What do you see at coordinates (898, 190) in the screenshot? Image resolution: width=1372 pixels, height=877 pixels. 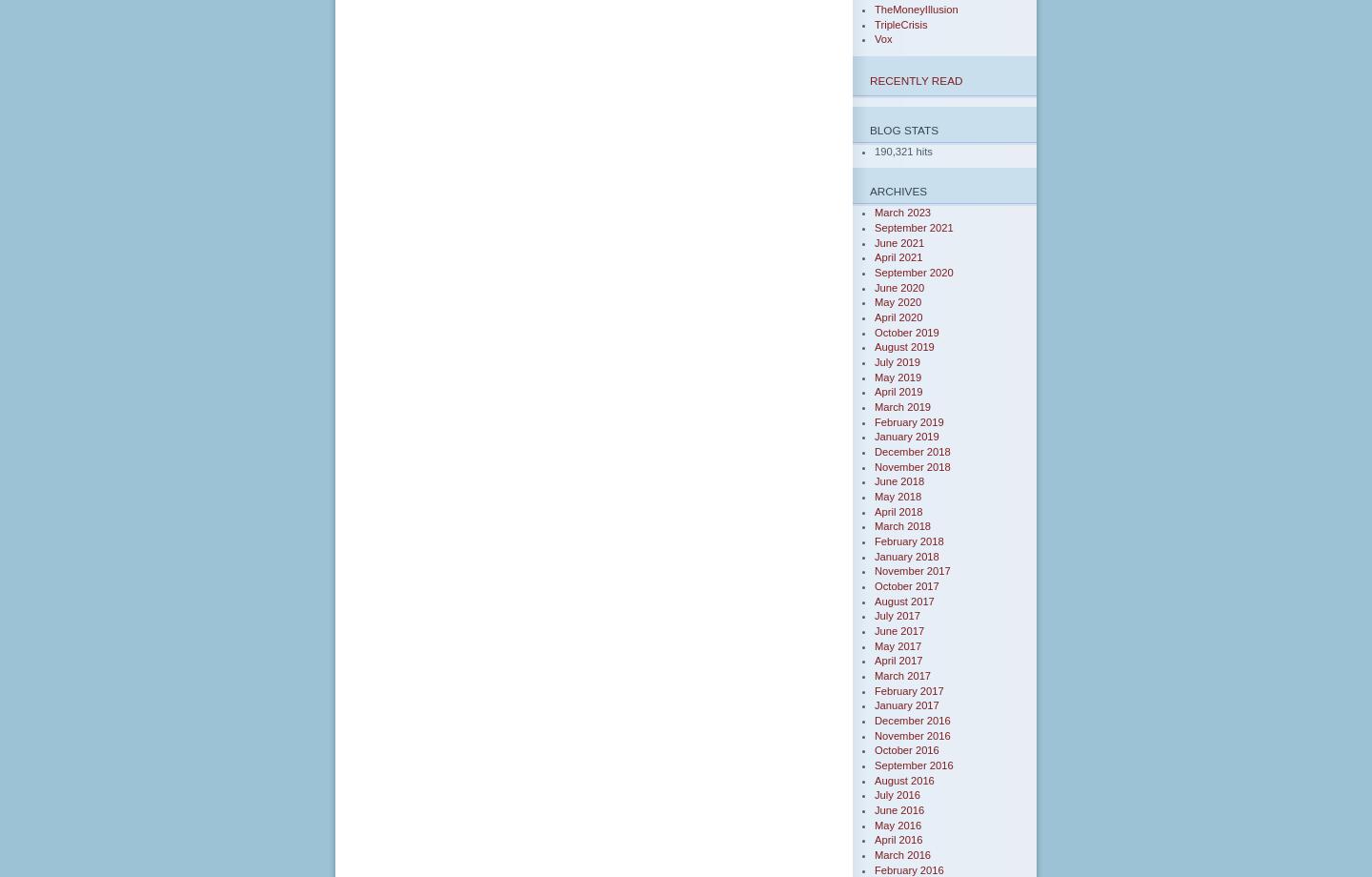 I see `'Archives'` at bounding box center [898, 190].